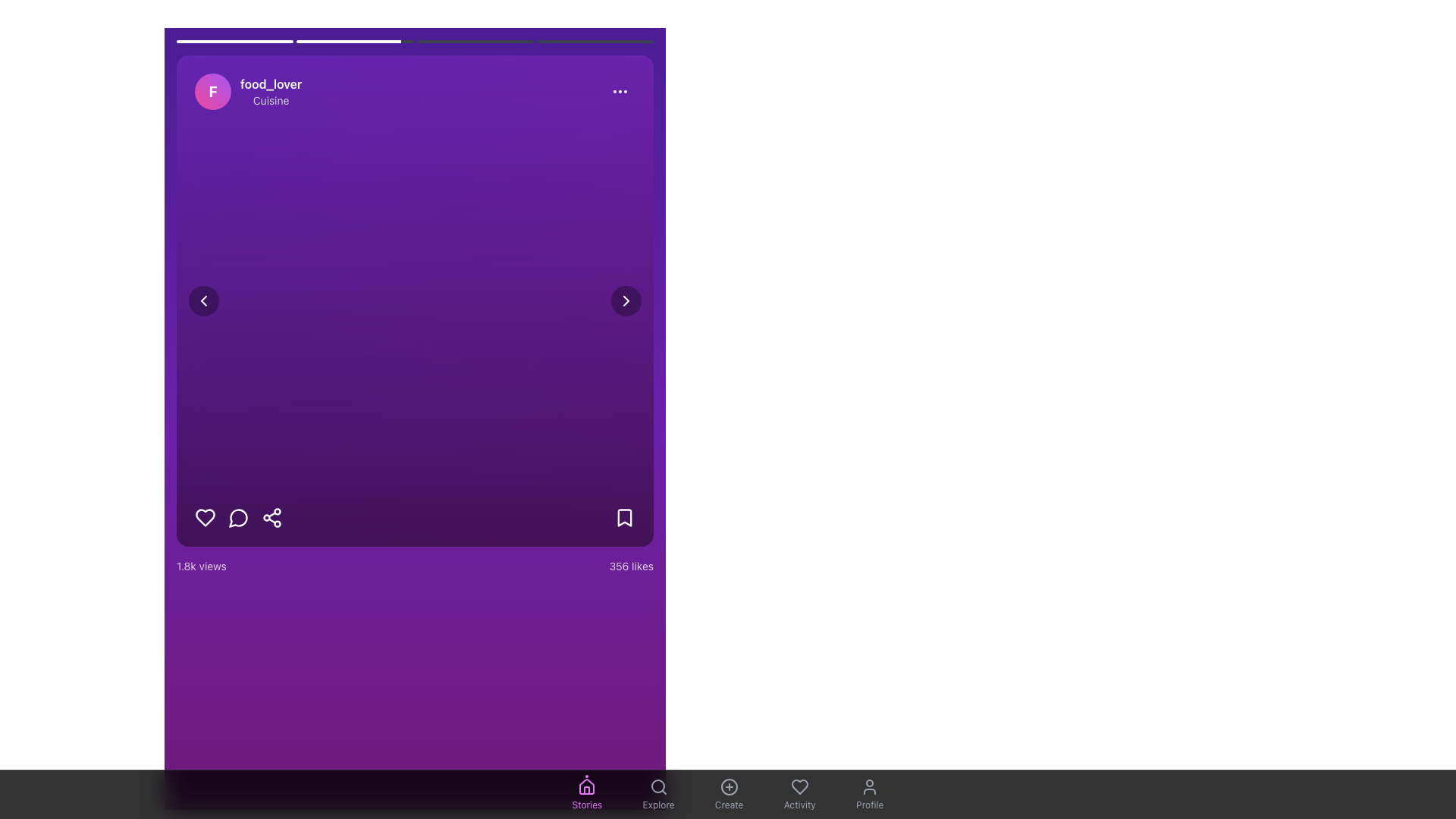  What do you see at coordinates (204, 516) in the screenshot?
I see `the heart button, which is the first icon in a set of three located near the bottom-left corner of the content view, to like the content` at bounding box center [204, 516].